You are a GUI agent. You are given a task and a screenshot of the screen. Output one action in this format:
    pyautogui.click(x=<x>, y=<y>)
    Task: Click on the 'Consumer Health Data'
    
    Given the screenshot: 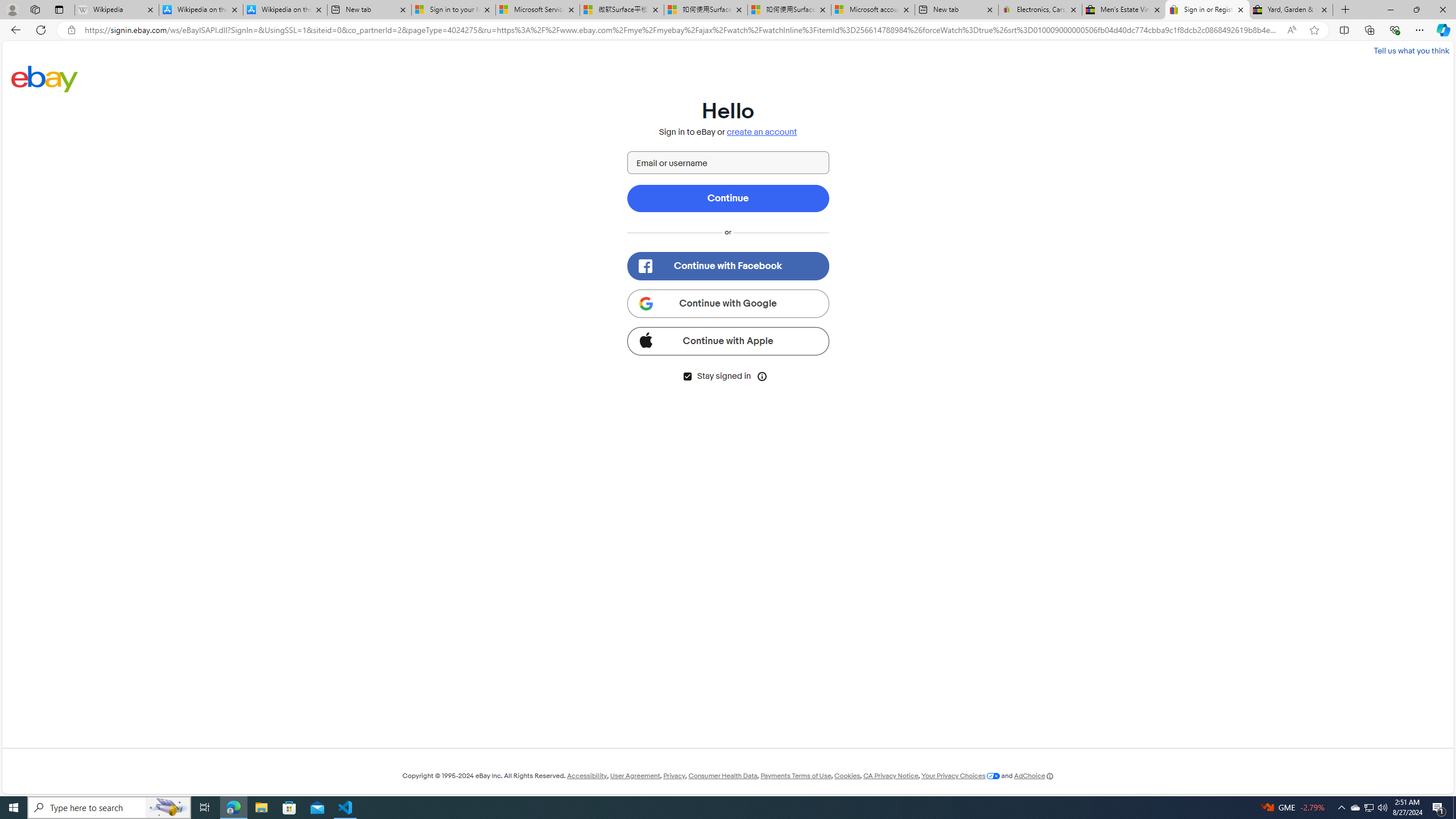 What is the action you would take?
    pyautogui.click(x=723, y=775)
    